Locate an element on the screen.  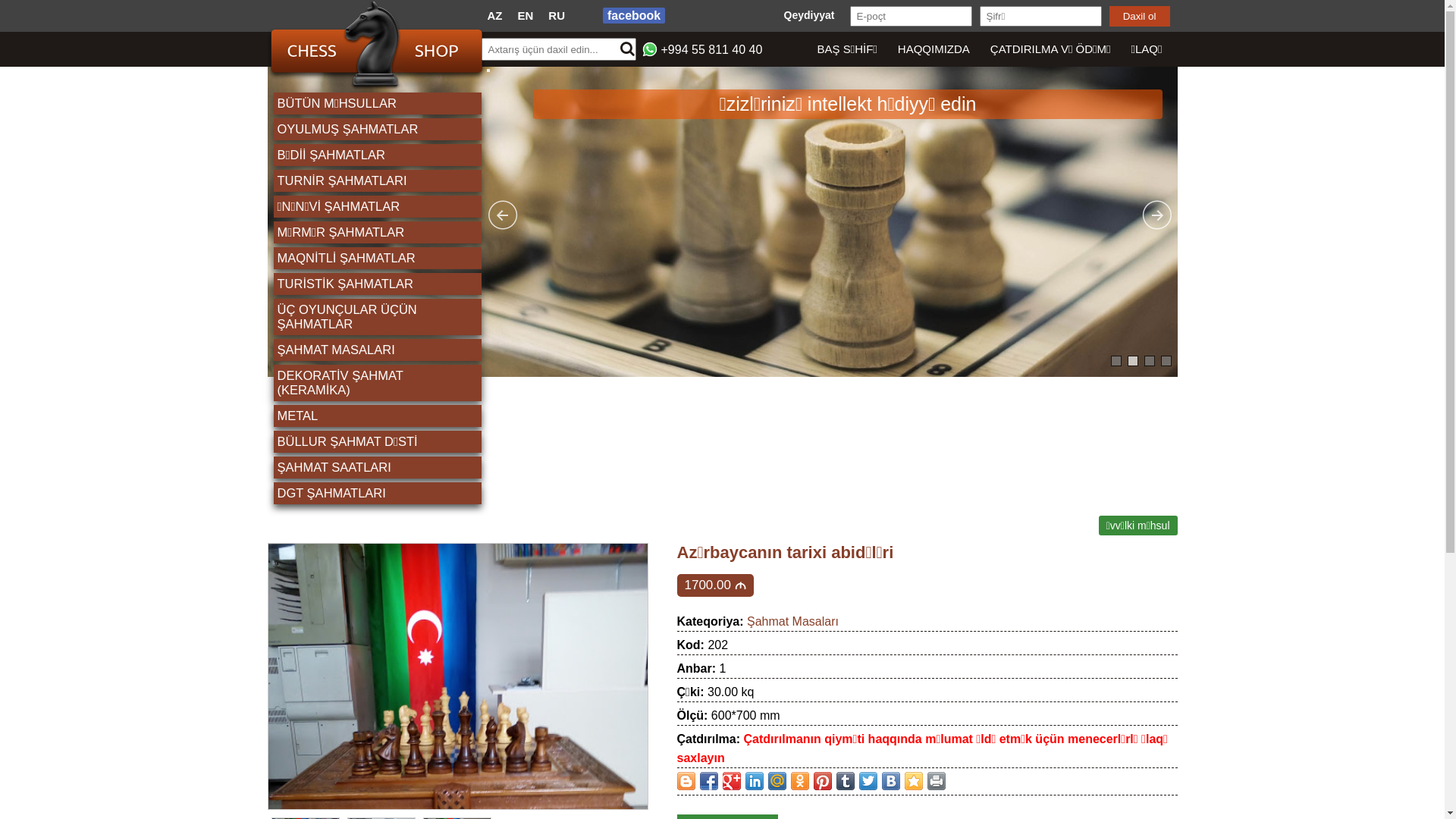
'+994 55 811 40 40' is located at coordinates (711, 49).